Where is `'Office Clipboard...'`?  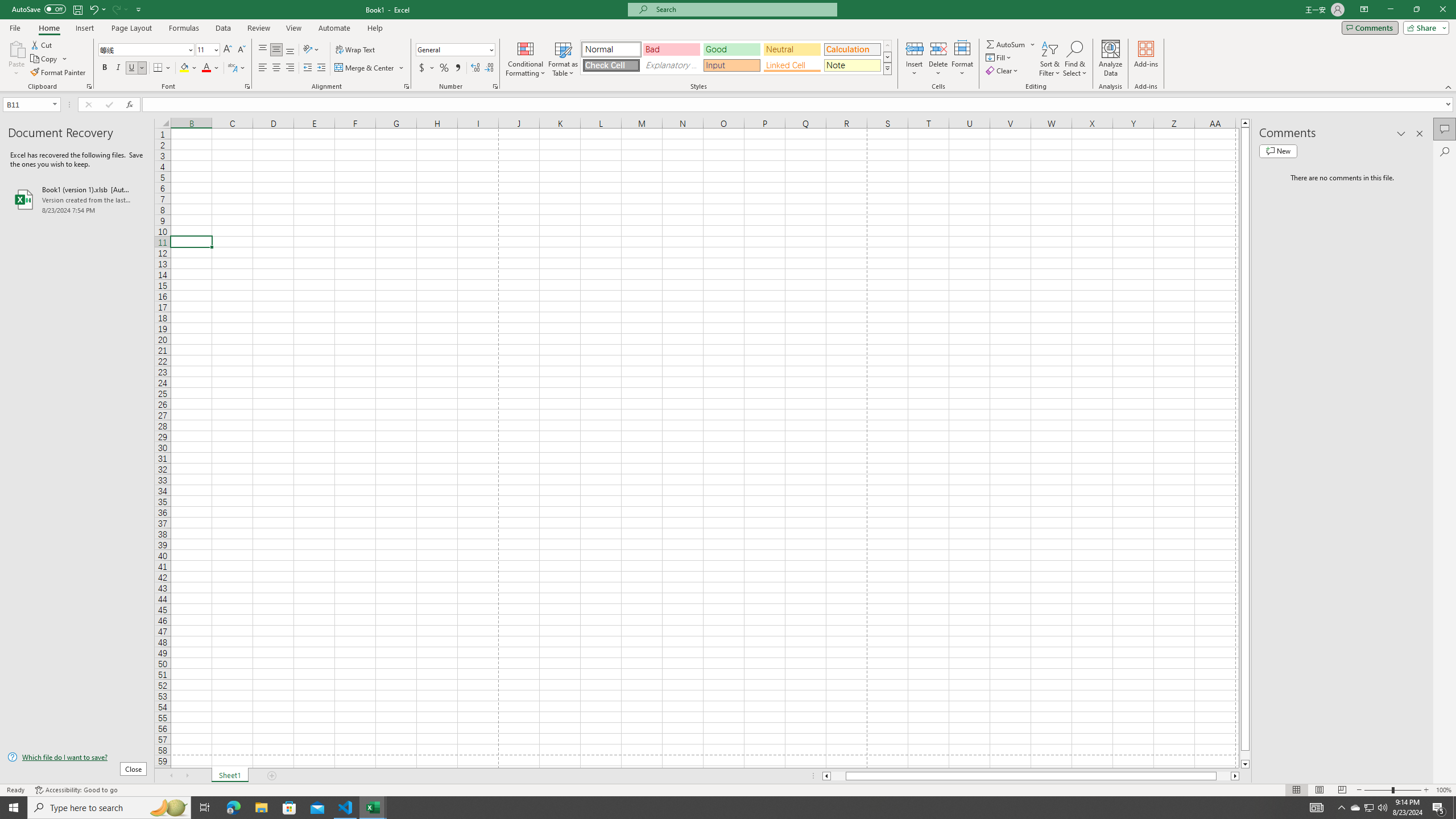 'Office Clipboard...' is located at coordinates (88, 85).